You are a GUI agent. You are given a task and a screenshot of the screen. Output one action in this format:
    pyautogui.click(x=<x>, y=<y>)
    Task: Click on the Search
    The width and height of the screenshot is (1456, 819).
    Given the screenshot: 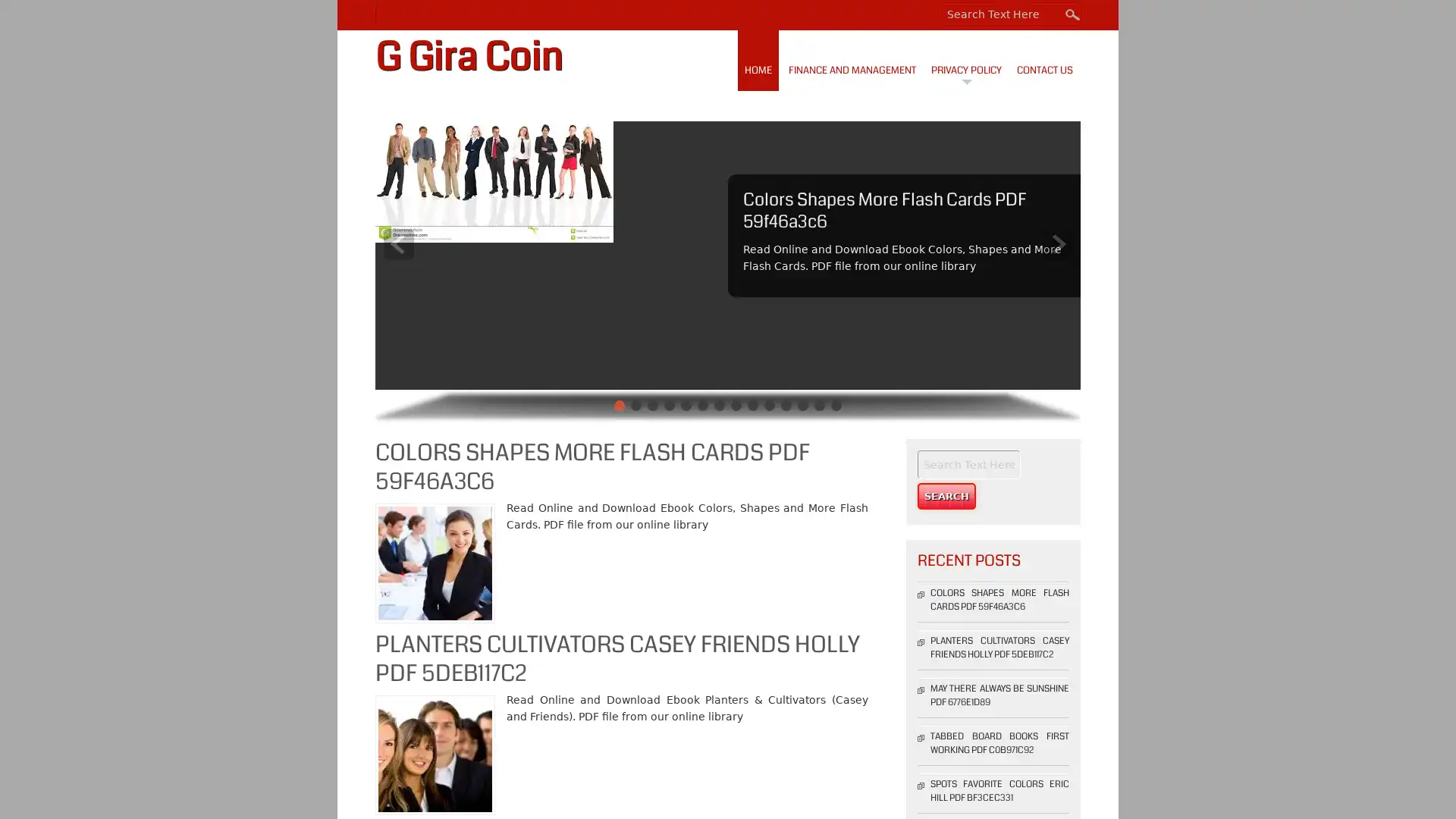 What is the action you would take?
    pyautogui.click(x=946, y=496)
    